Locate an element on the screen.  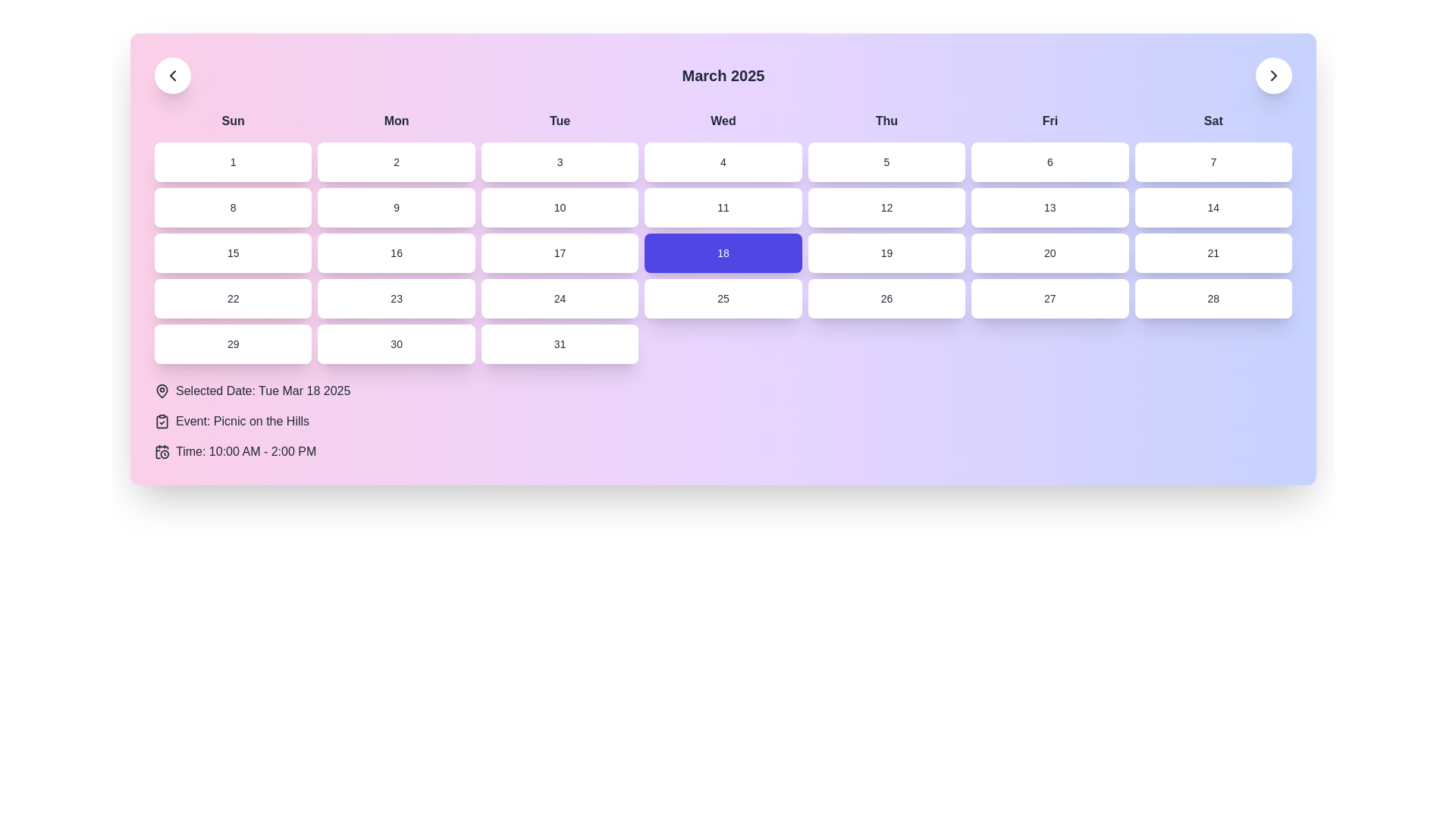
the calendar icon with a clock overlay, which is located near the bottom of the calendar interface, to the left of the event time text is located at coordinates (162, 451).